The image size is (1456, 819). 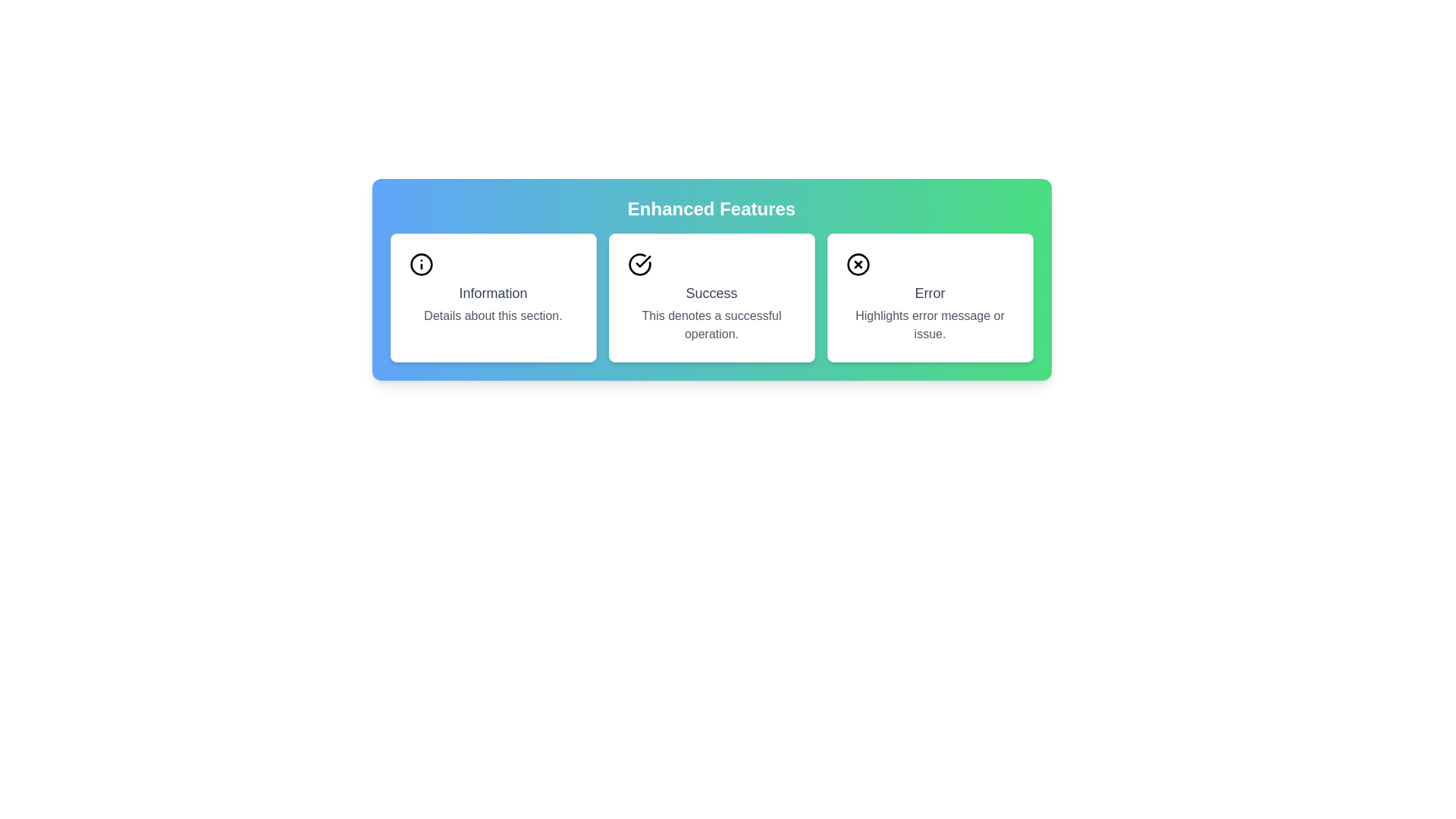 What do you see at coordinates (493, 293) in the screenshot?
I see `the text label that serves as a heading for the information section, located in the top-left card under the information icon and above the text 'Details about this section'` at bounding box center [493, 293].